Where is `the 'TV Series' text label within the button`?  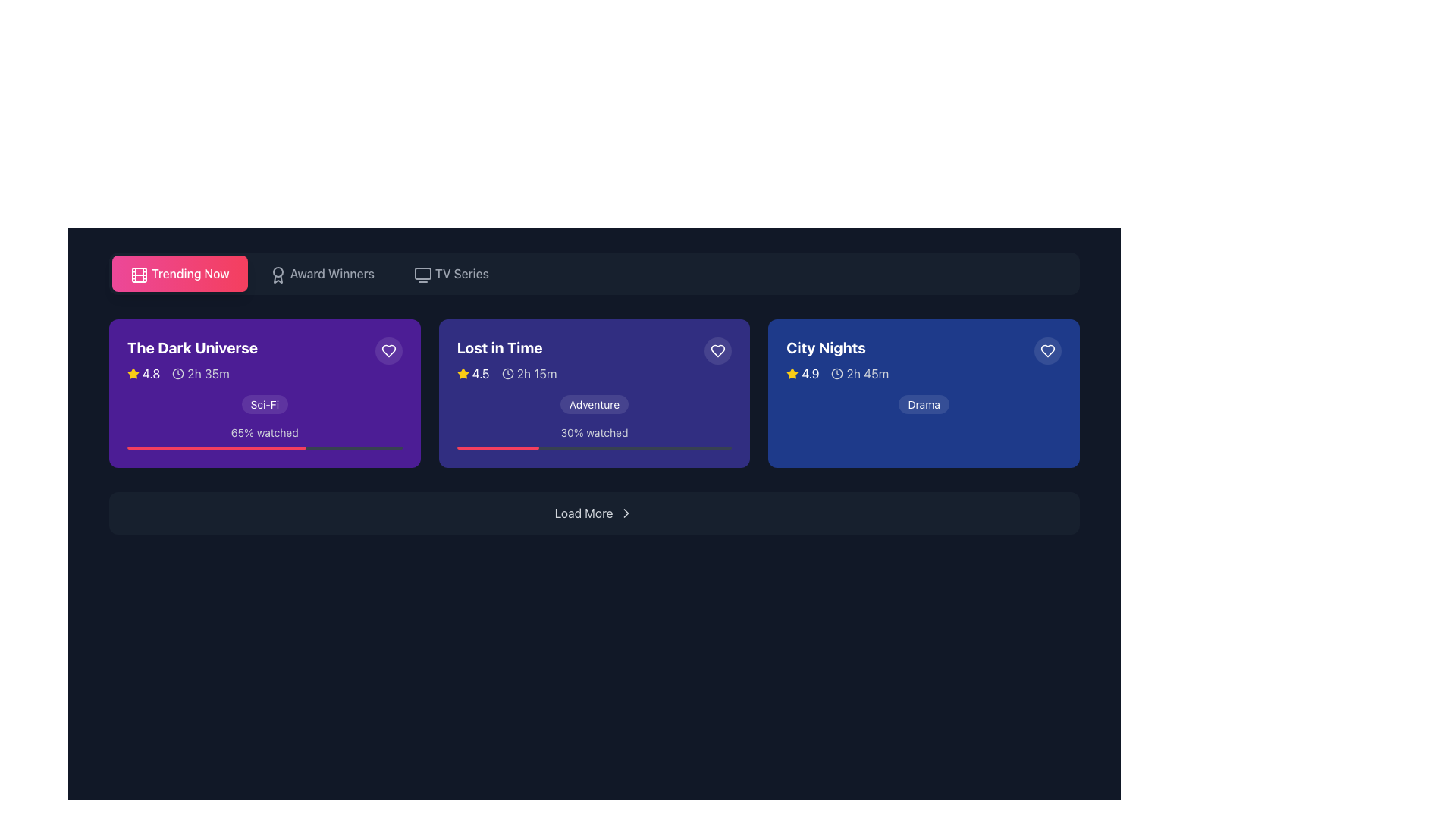 the 'TV Series' text label within the button is located at coordinates (461, 274).